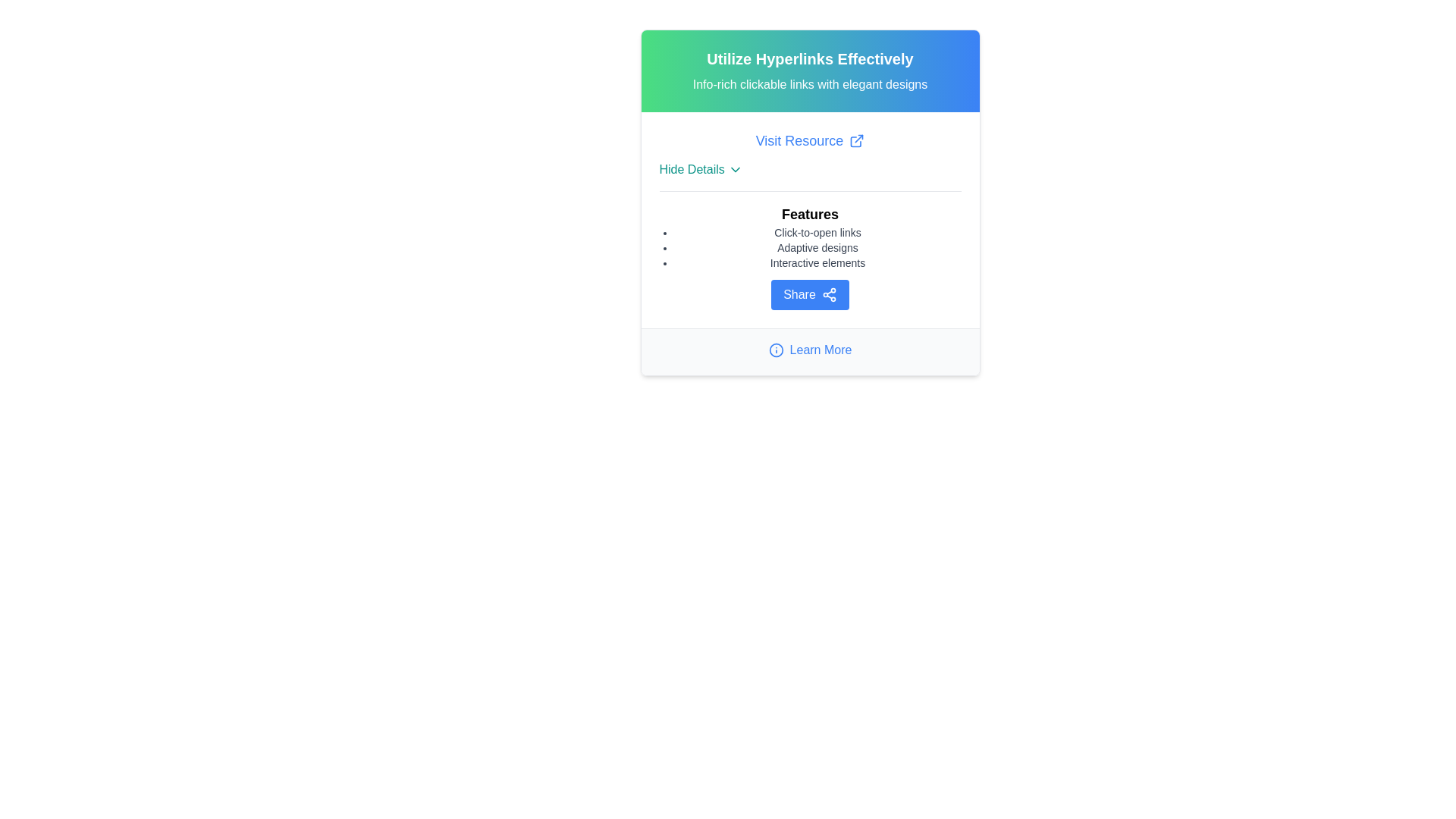  I want to click on the text element displaying 'Info-rich clickable links with elegant designs', which is styled in white sans-serif font on a gradient background, so click(809, 84).